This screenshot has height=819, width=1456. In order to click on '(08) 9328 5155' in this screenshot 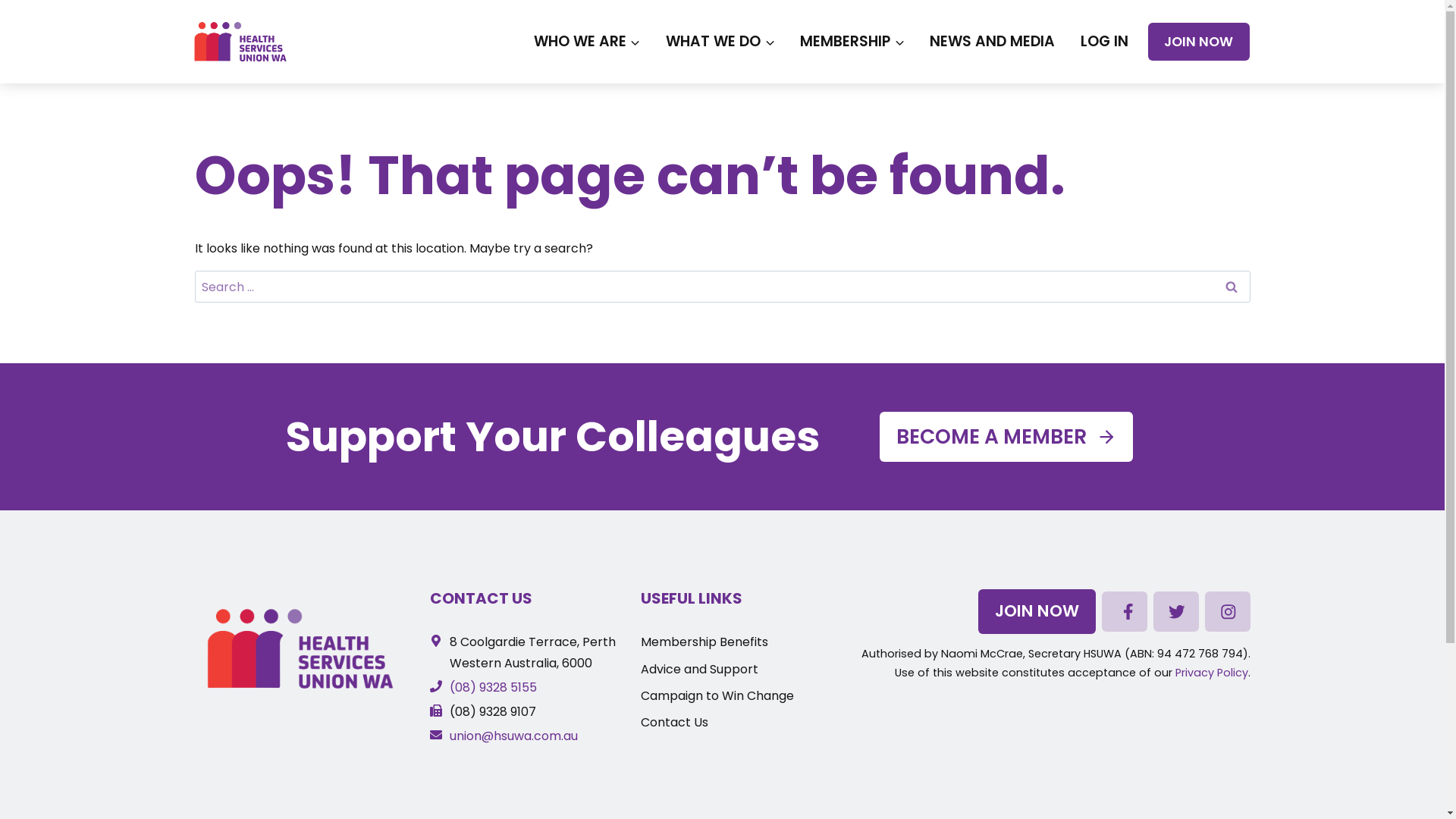, I will do `click(482, 687)`.